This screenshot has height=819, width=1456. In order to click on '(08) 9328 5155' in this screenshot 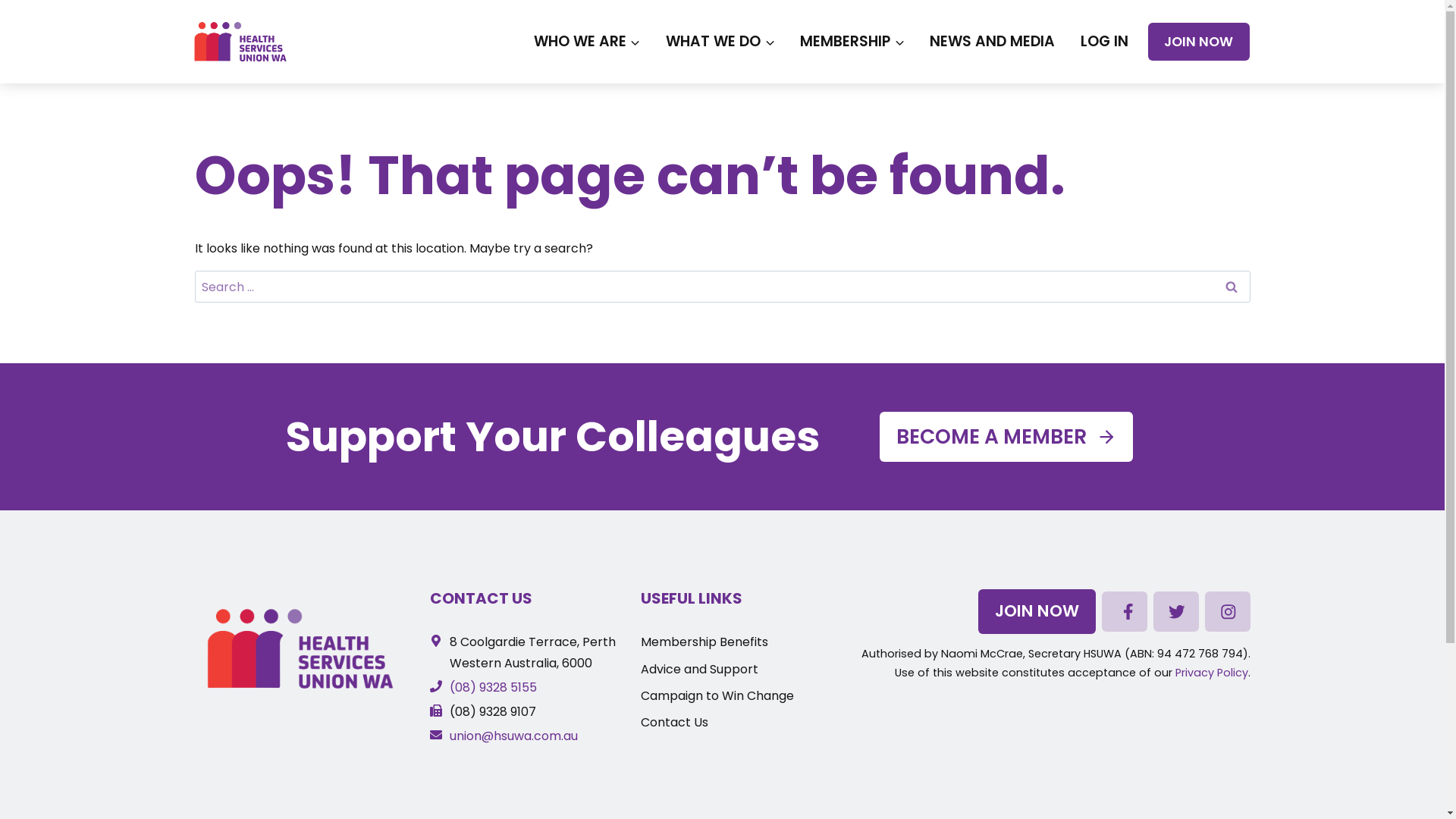, I will do `click(482, 687)`.